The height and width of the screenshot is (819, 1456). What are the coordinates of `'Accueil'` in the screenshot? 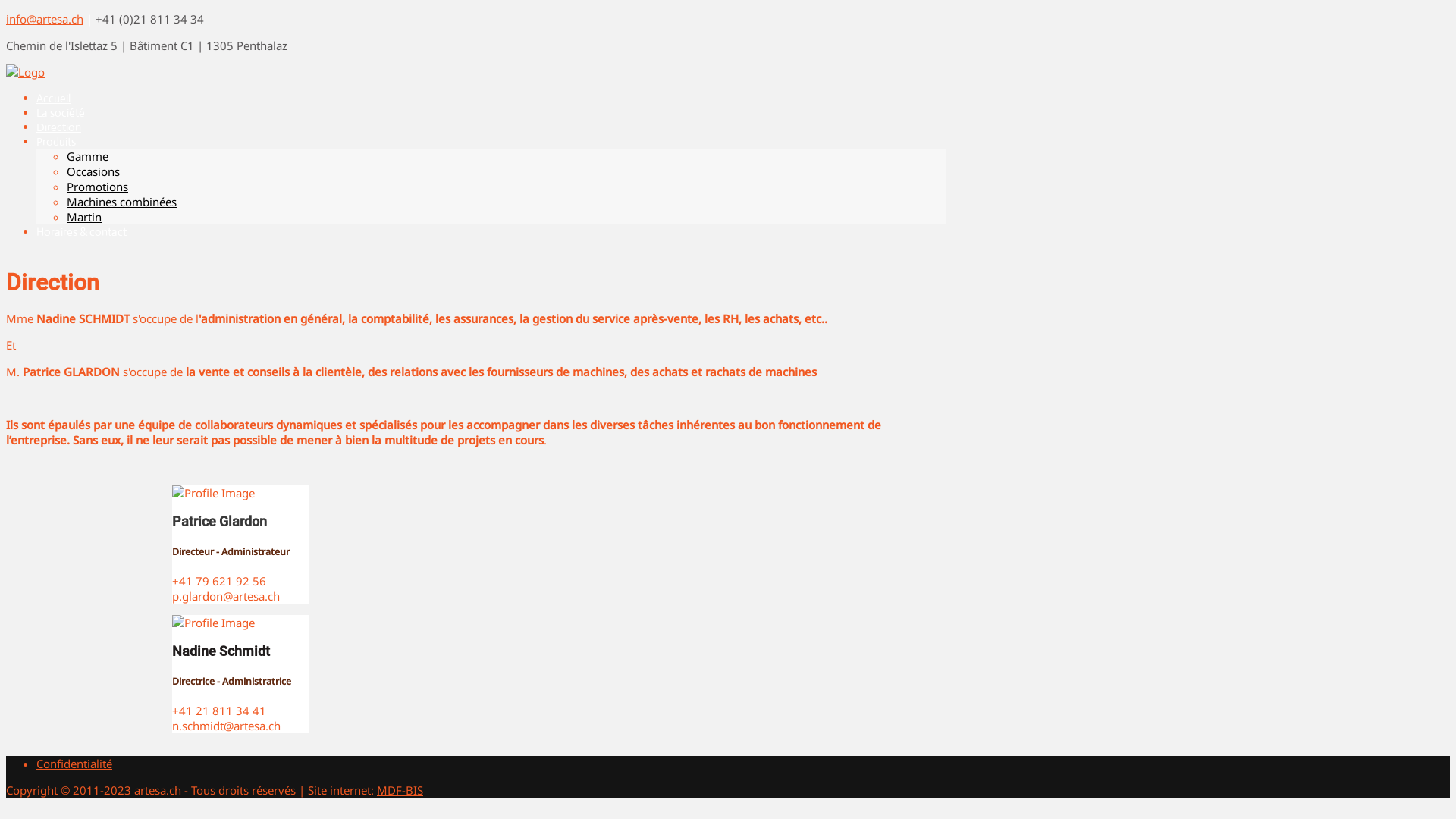 It's located at (53, 98).